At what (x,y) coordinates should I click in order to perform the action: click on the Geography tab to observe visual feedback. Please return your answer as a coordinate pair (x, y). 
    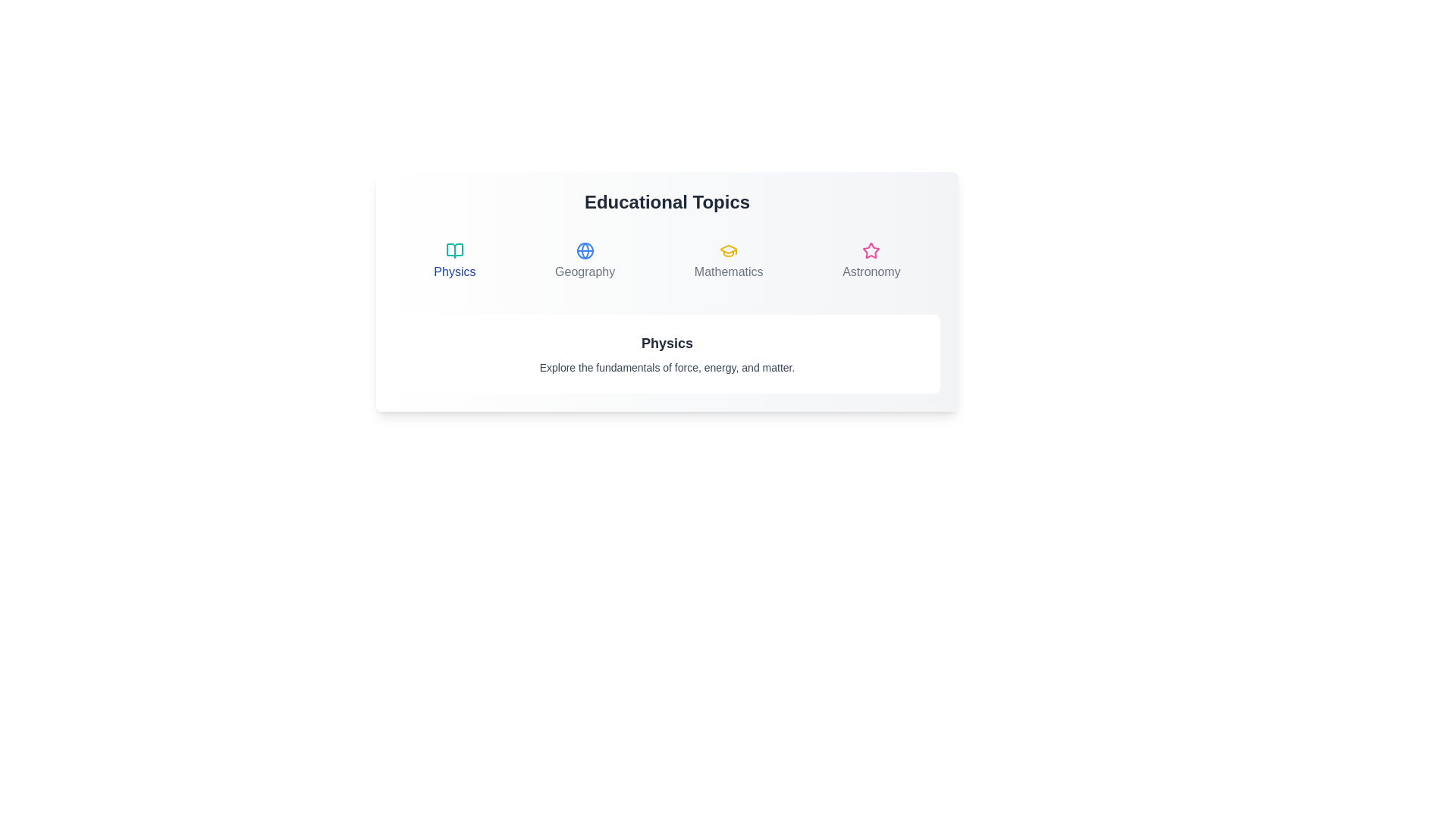
    Looking at the image, I should click on (584, 260).